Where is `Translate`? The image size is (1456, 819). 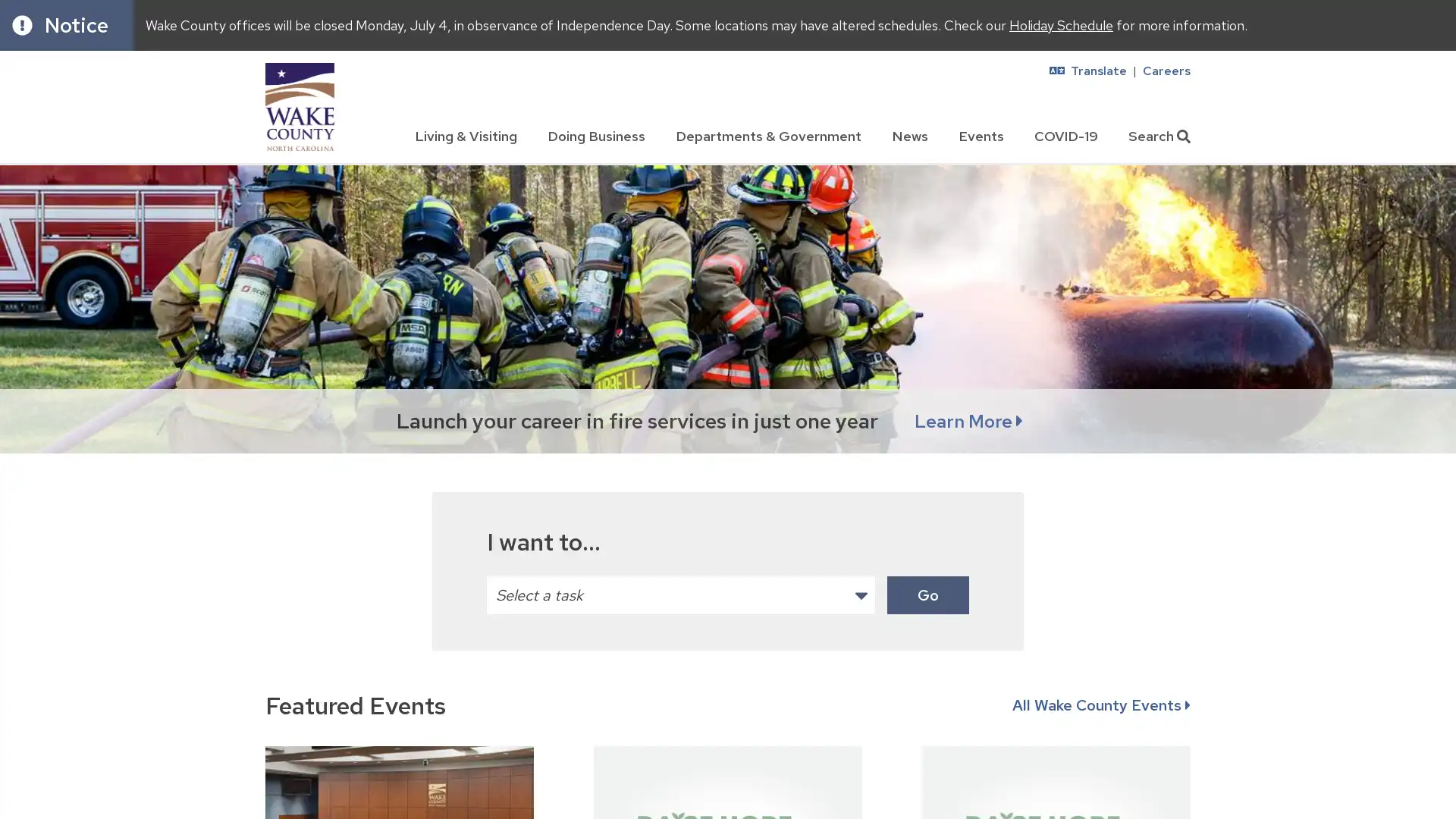
Translate is located at coordinates (1087, 71).